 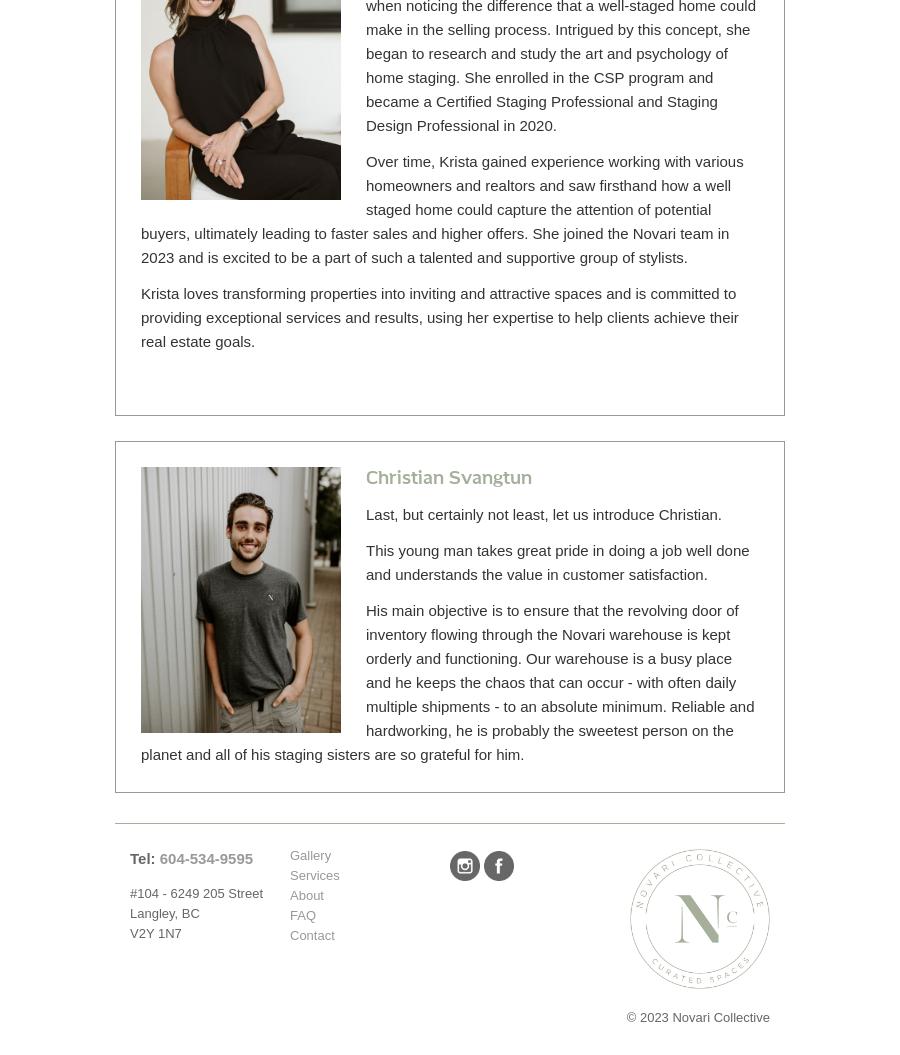 What do you see at coordinates (155, 932) in the screenshot?
I see `'V2Y 1N7'` at bounding box center [155, 932].